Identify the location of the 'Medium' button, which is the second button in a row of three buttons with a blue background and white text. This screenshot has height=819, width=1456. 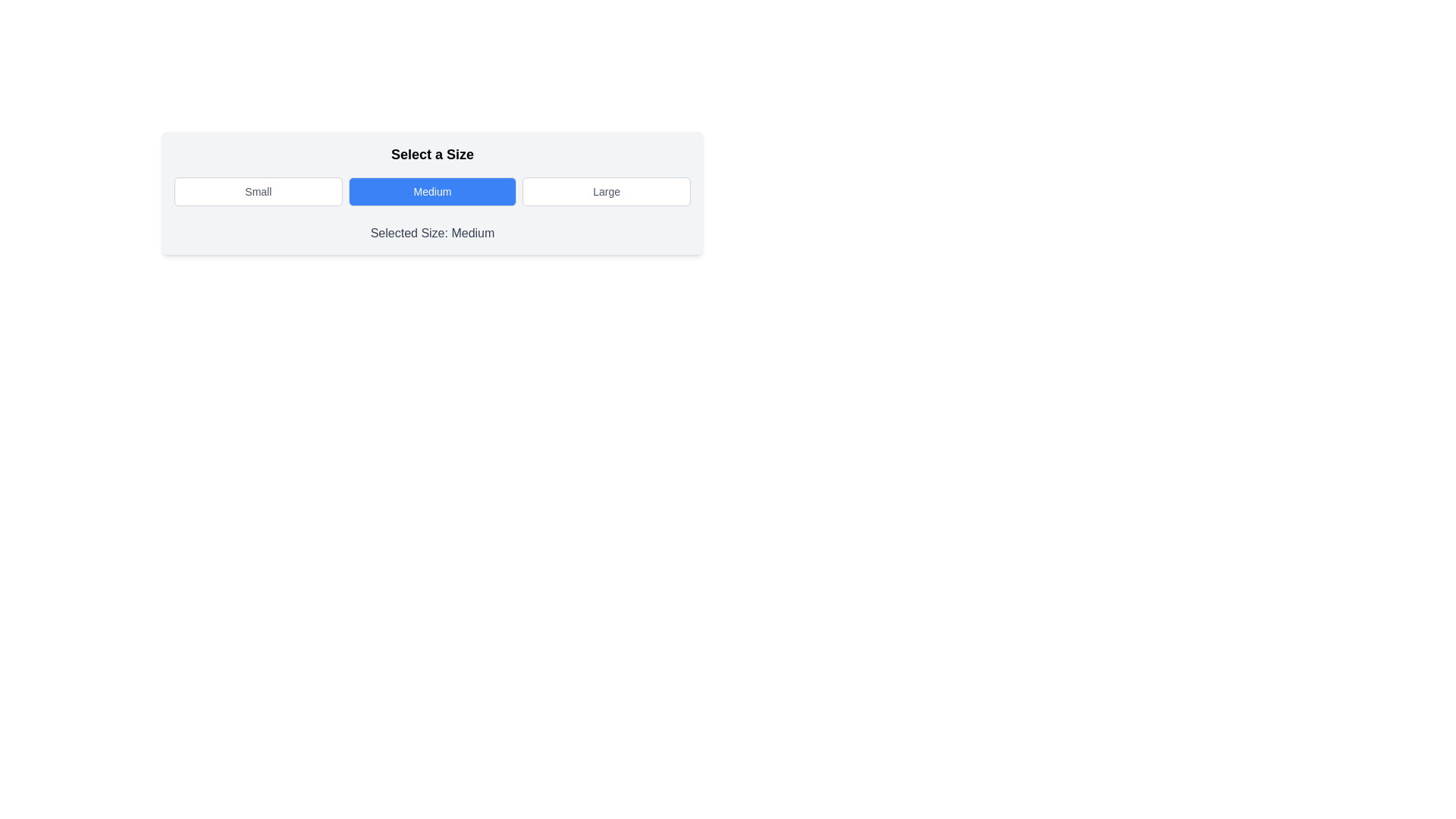
(431, 191).